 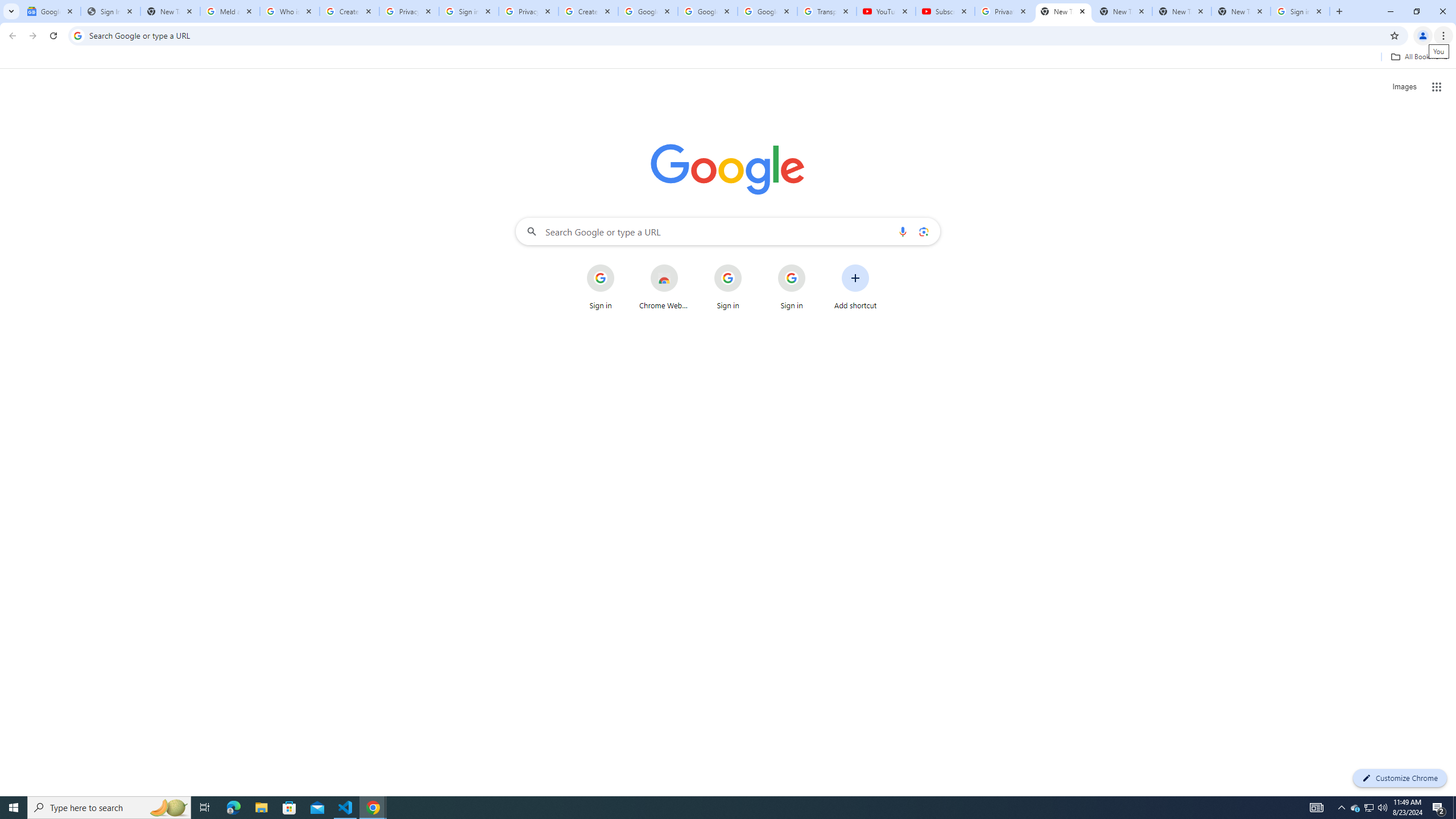 I want to click on 'YouTube', so click(x=886, y=11).